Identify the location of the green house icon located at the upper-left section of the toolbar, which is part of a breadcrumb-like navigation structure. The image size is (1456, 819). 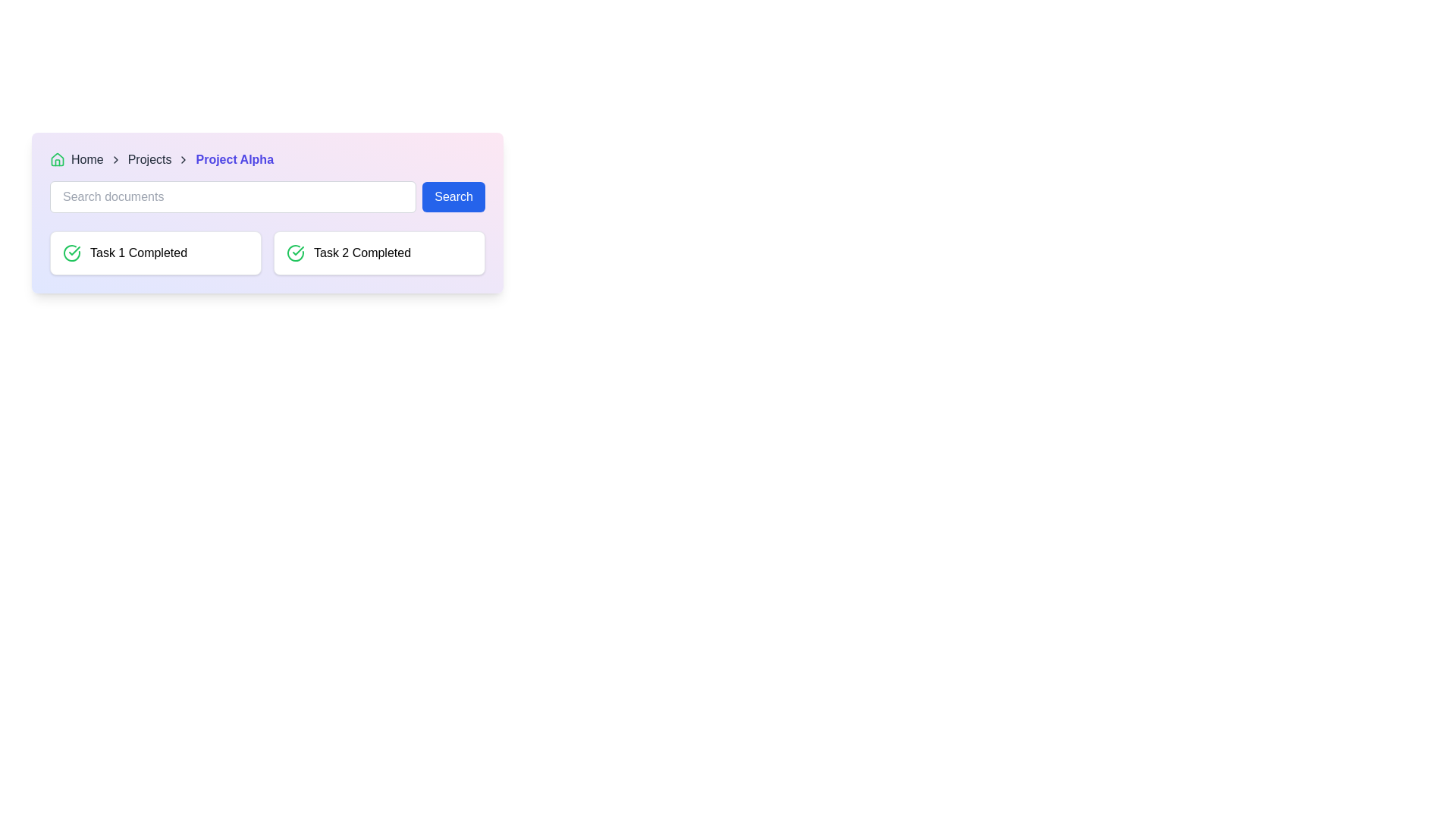
(58, 158).